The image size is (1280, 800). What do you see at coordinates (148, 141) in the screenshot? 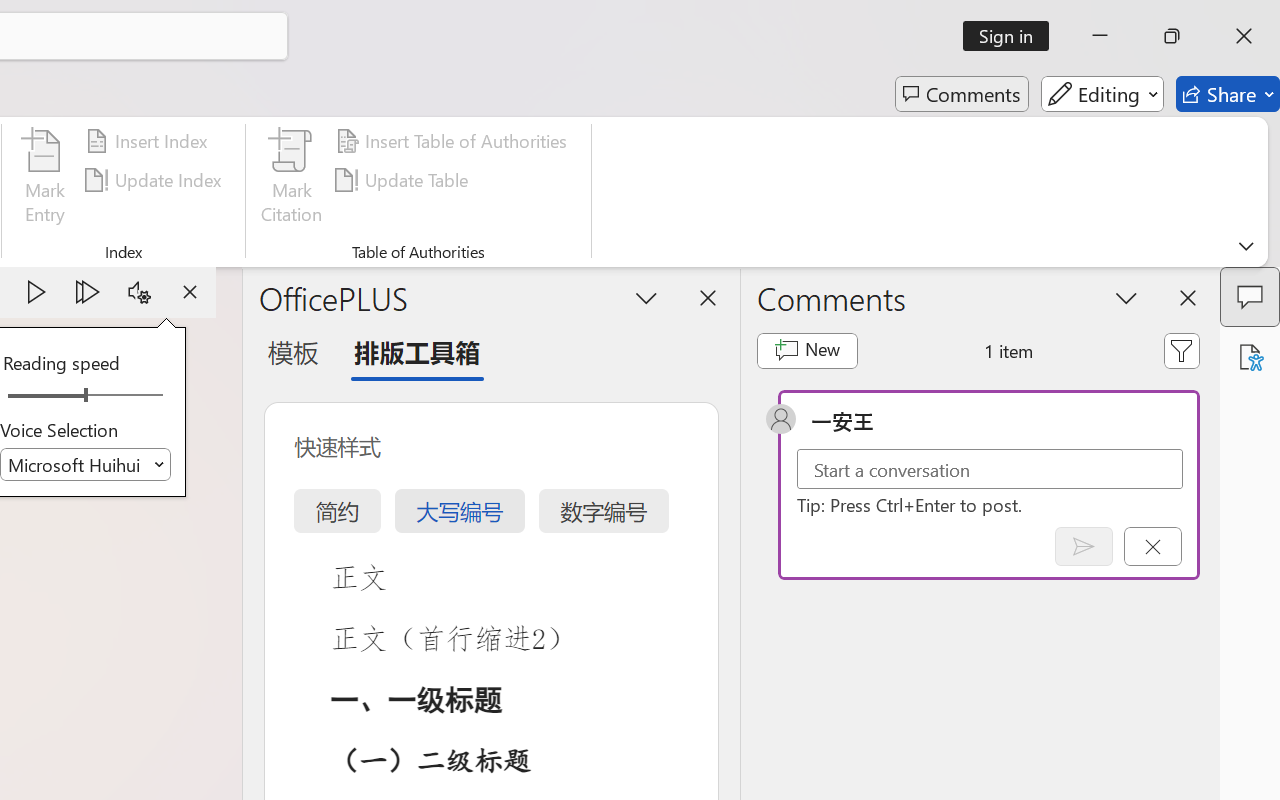
I see `'Insert Index...'` at bounding box center [148, 141].